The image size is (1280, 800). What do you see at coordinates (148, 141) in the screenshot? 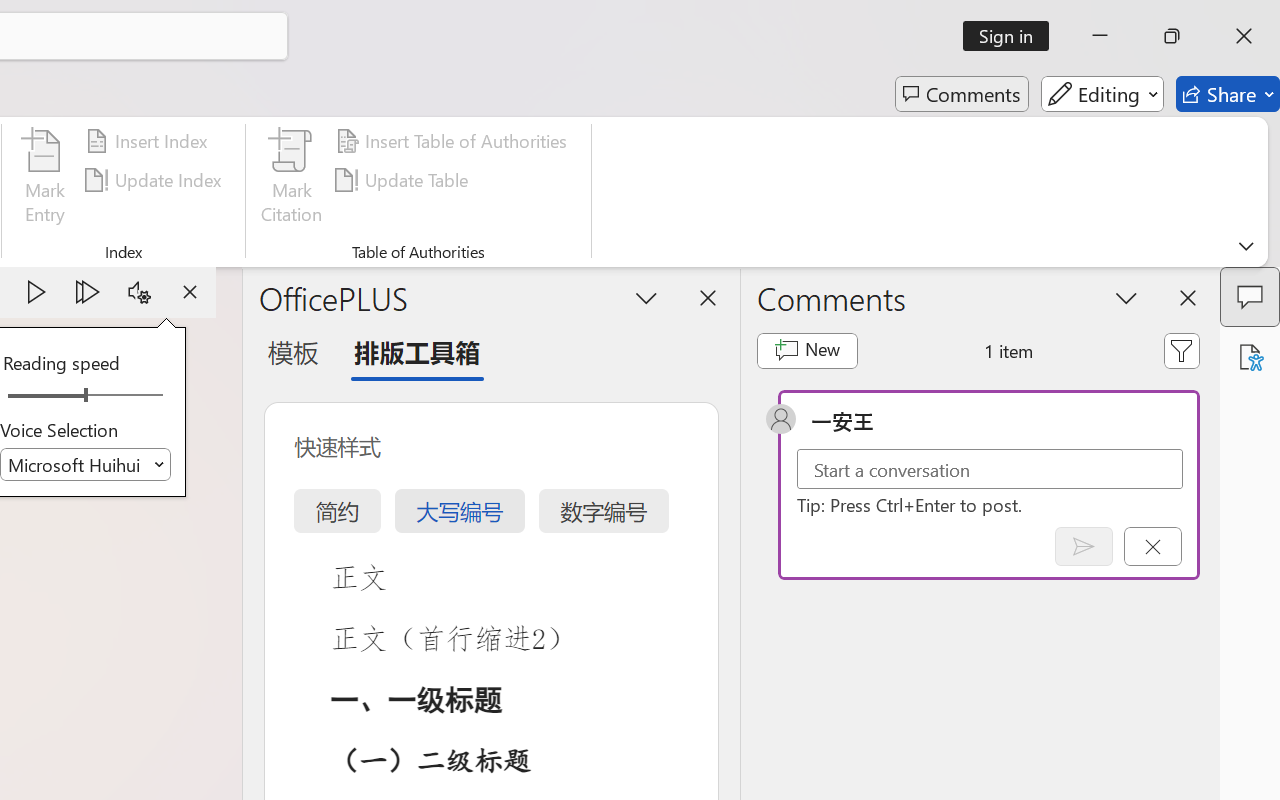
I see `'Insert Index...'` at bounding box center [148, 141].